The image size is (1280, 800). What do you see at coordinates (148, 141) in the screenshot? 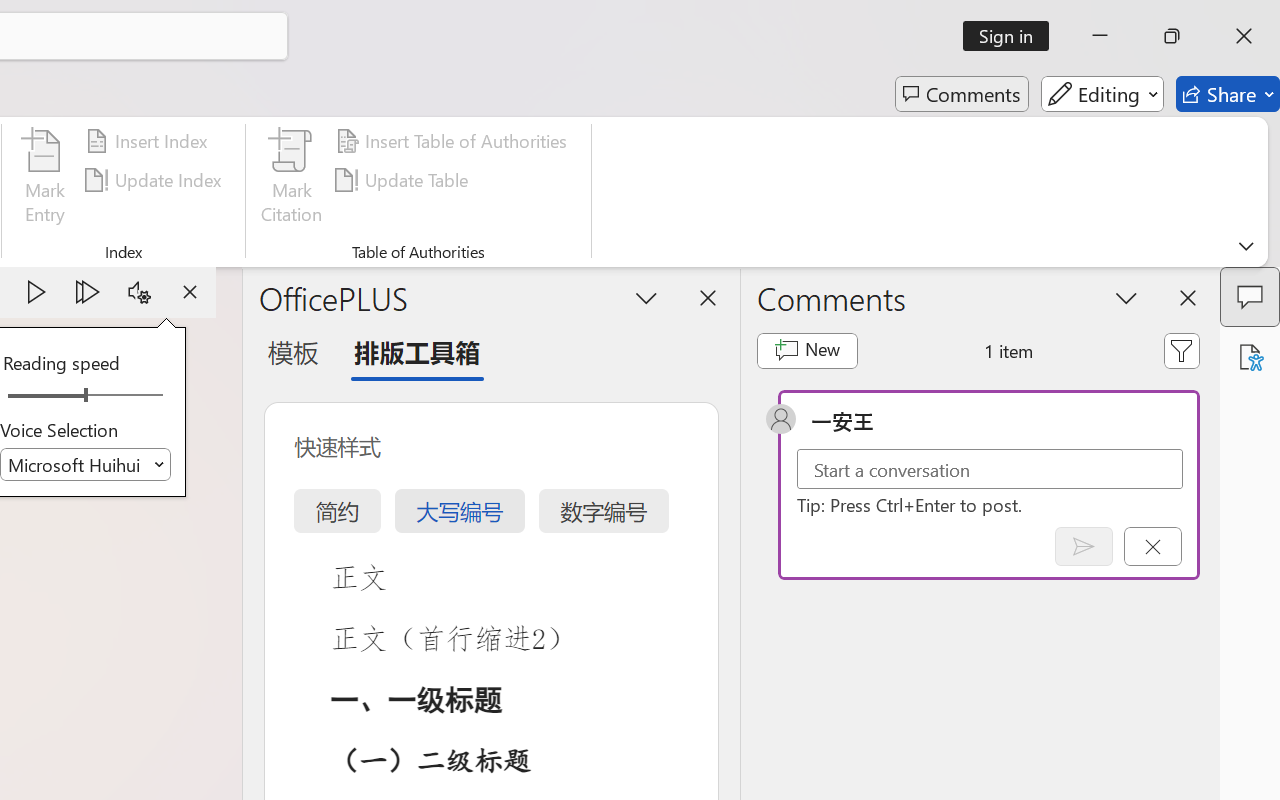
I see `'Insert Index...'` at bounding box center [148, 141].